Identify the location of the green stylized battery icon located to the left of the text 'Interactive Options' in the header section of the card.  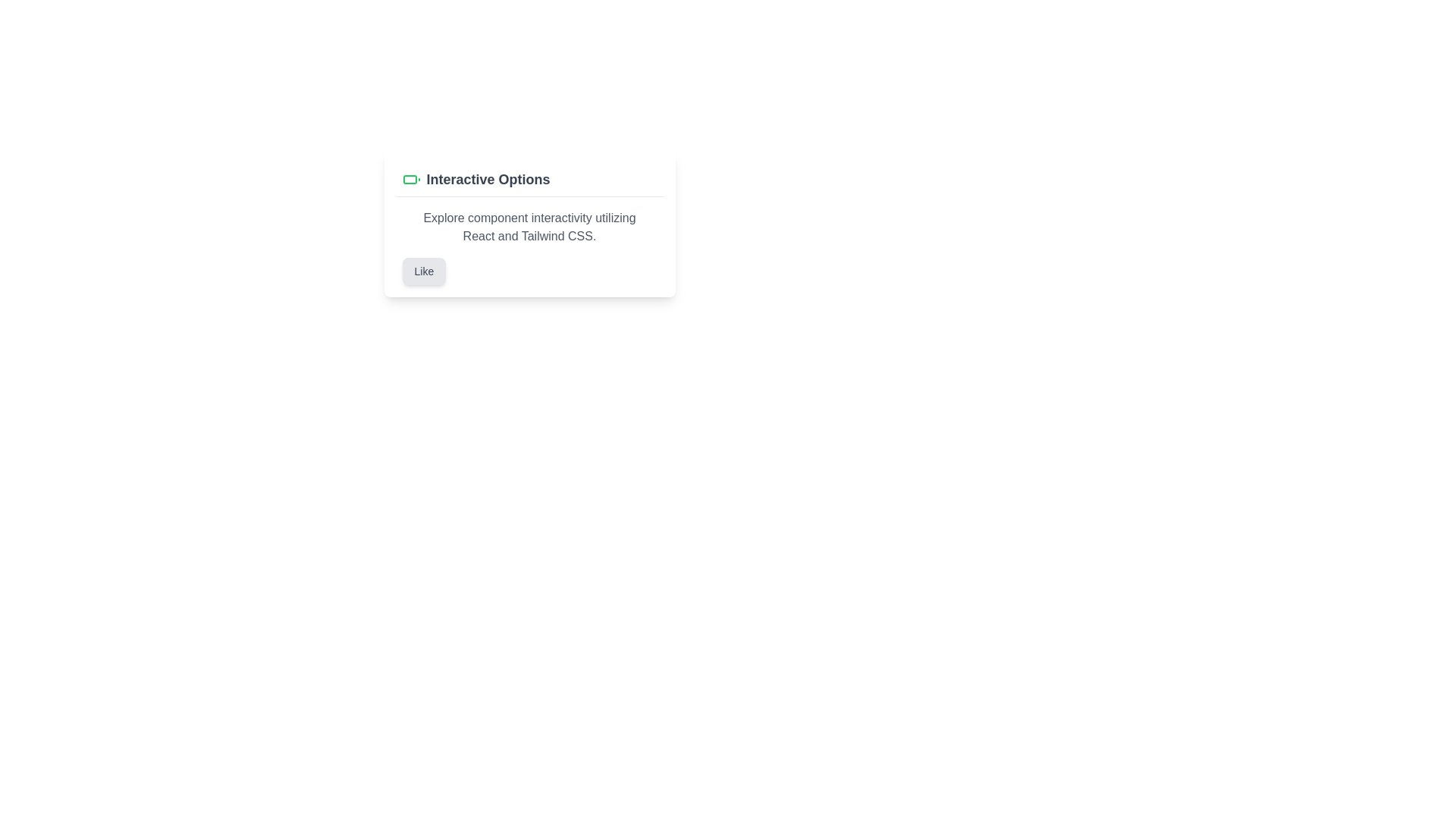
(411, 178).